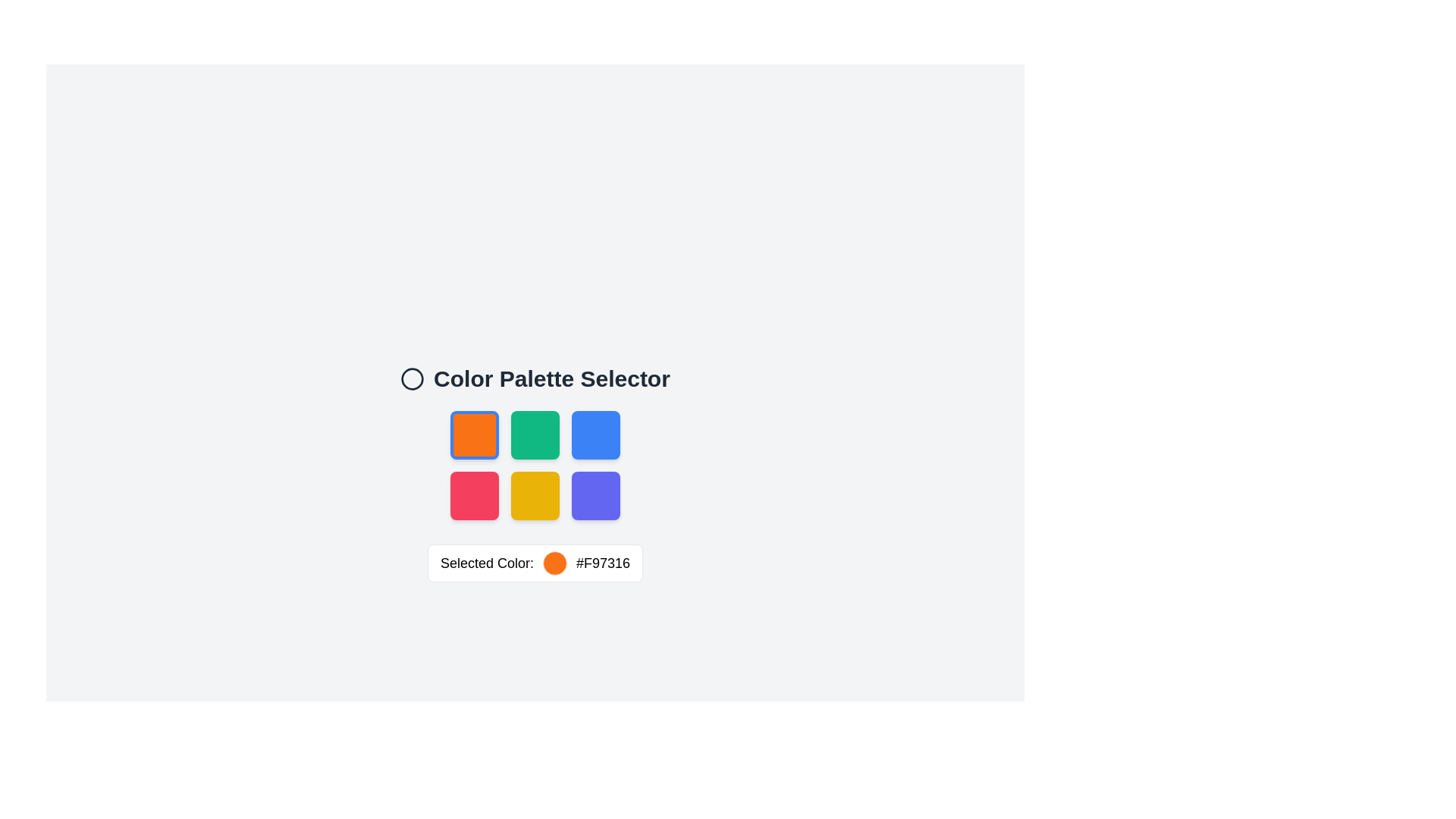  I want to click on the hashtag-styled text label displaying '#F97316', which is part of the color selection UI and is positioned to the right of the 'Selected Color:' text, so click(602, 563).